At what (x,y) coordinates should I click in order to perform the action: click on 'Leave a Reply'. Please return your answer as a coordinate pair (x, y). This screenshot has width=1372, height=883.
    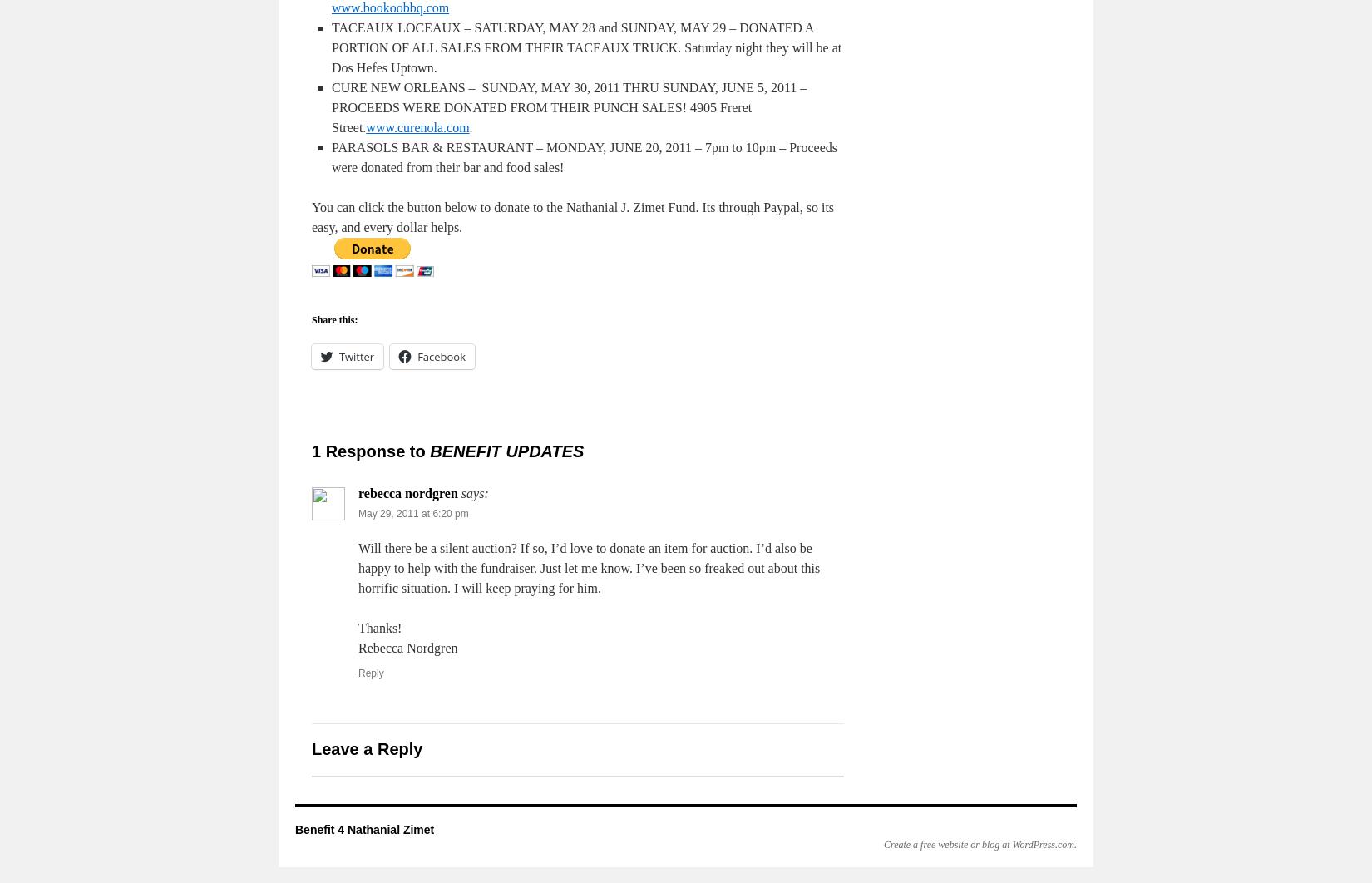
    Looking at the image, I should click on (366, 748).